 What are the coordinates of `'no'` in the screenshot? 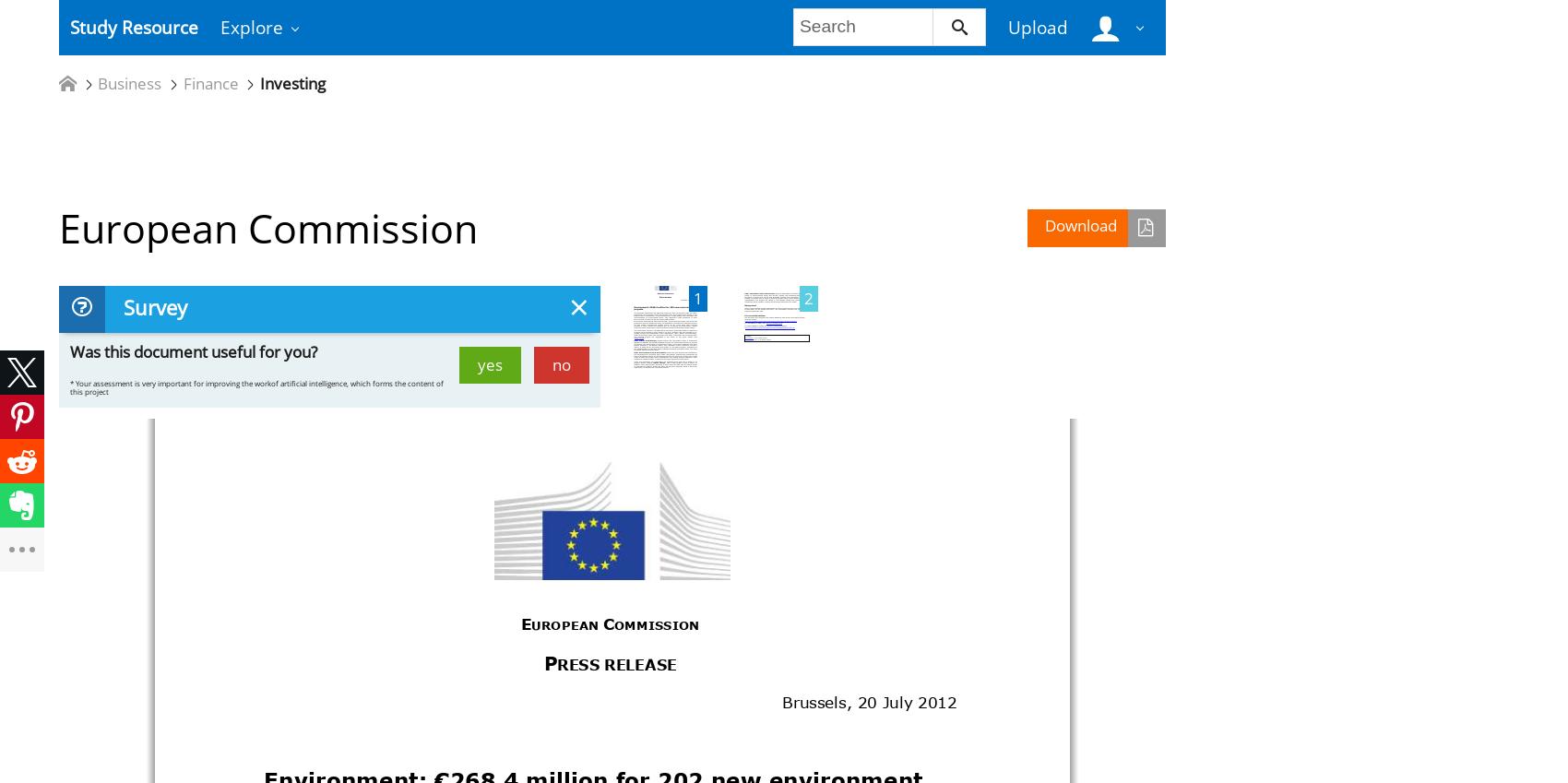 It's located at (560, 362).